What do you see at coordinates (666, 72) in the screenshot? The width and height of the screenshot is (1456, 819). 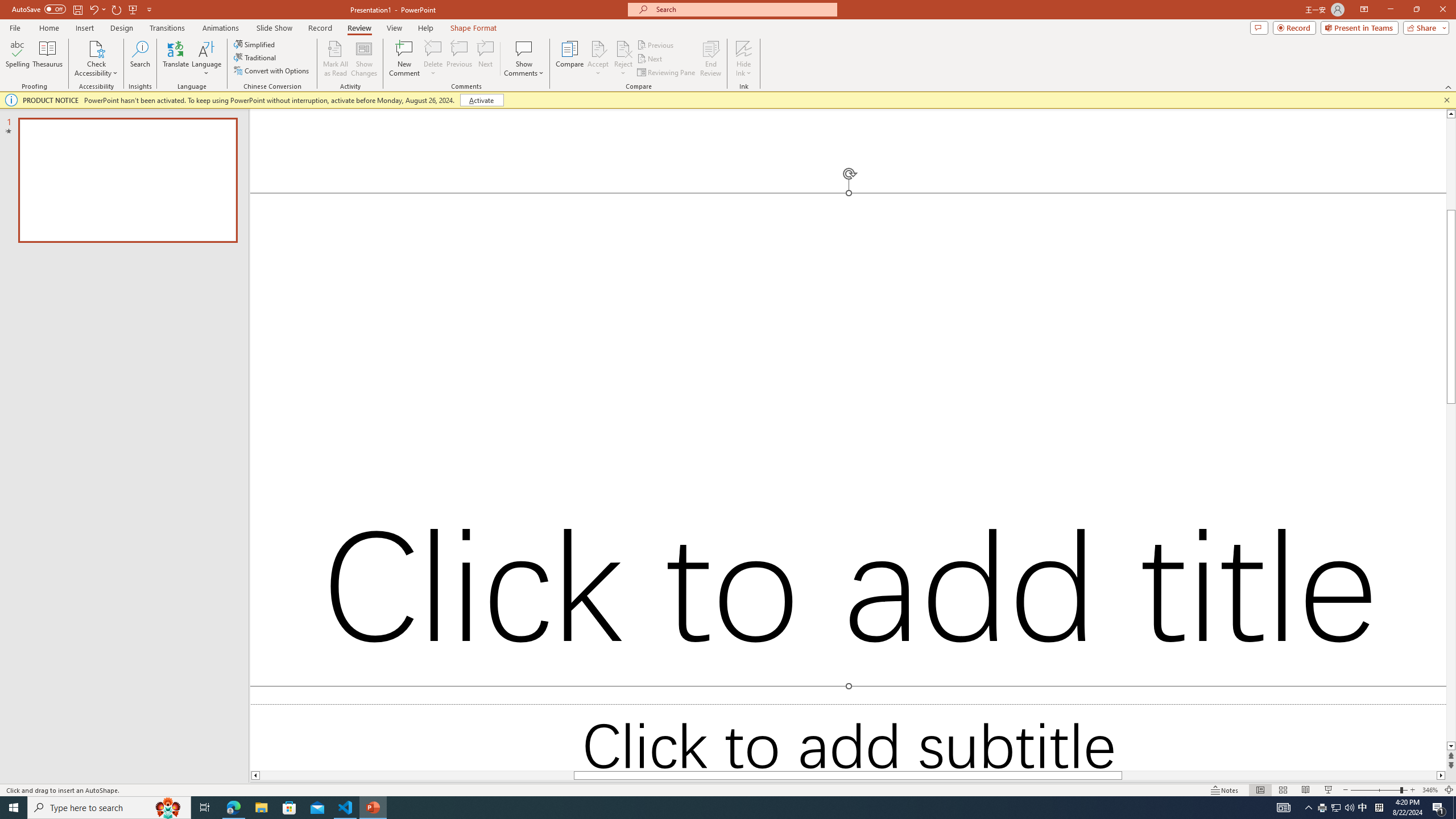 I see `'Reviewing Pane'` at bounding box center [666, 72].